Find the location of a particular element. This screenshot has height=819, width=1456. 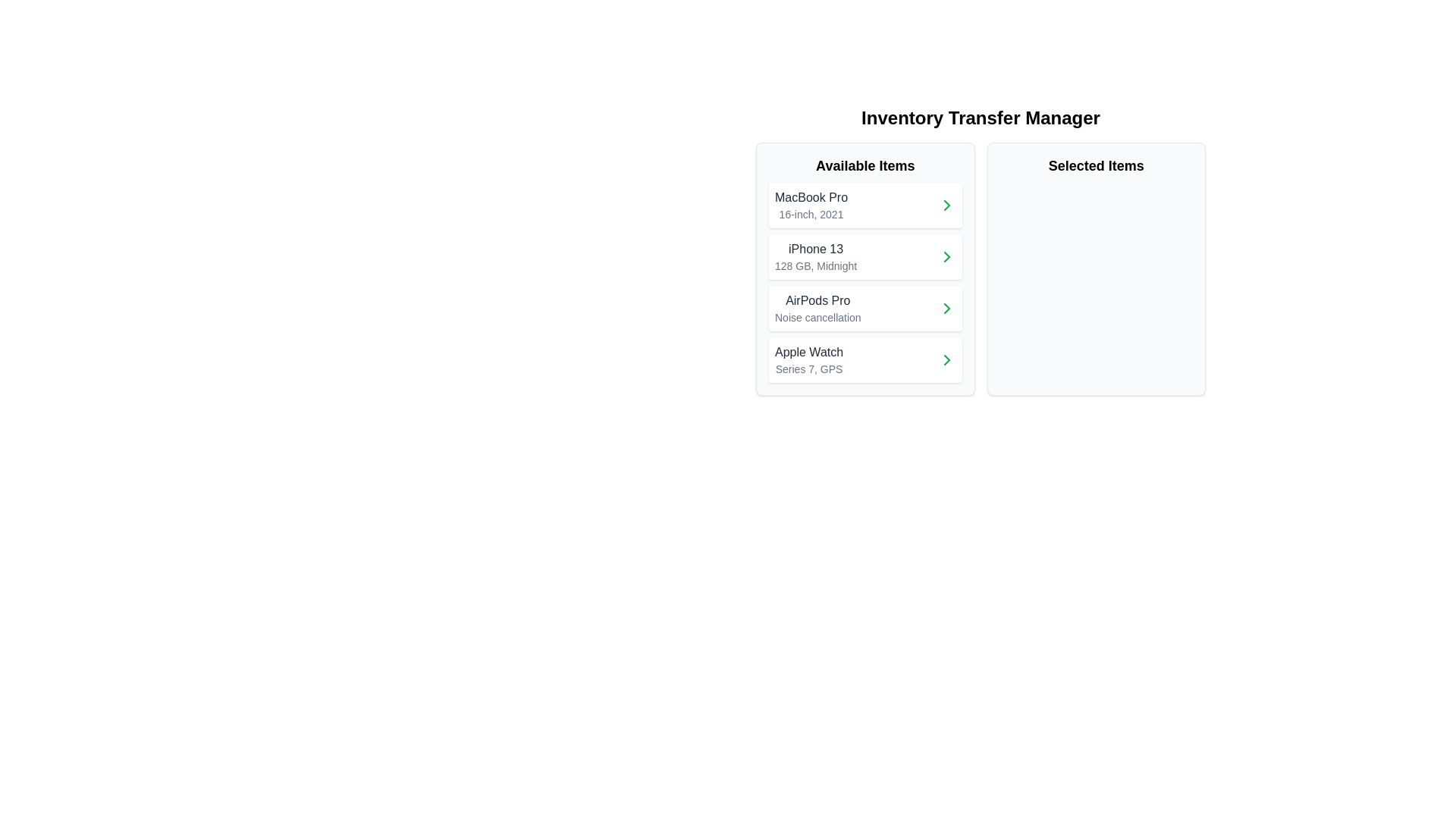

the label text identifying the product 'iPhone 13' located in the second card of the left column titled 'Available Items' is located at coordinates (815, 248).